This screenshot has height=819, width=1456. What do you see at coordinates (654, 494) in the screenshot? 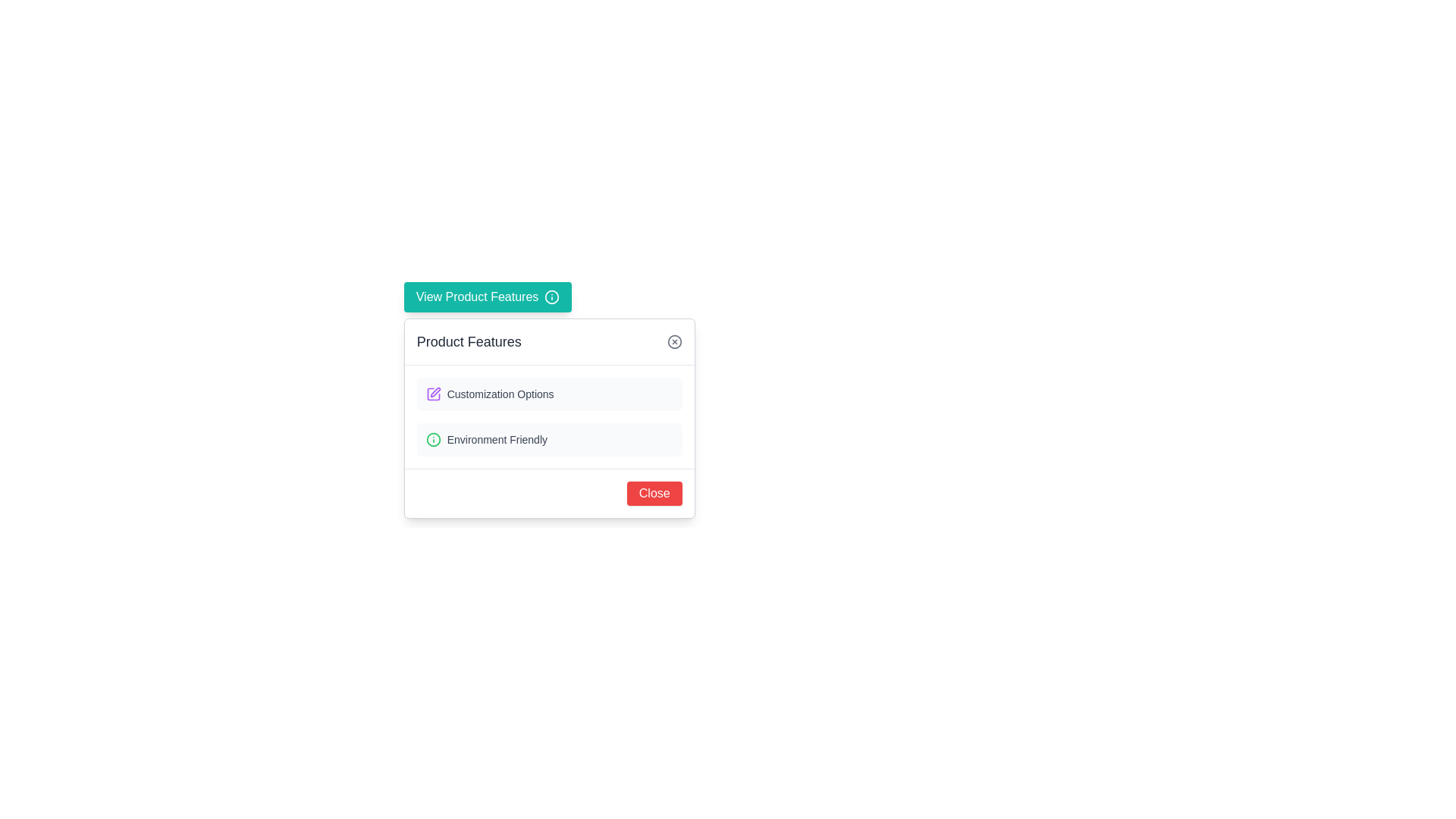
I see `the 'Close' button with a red background and white text located in the bottom-right corner of the 'Product Features' panel to observe hover effects` at bounding box center [654, 494].